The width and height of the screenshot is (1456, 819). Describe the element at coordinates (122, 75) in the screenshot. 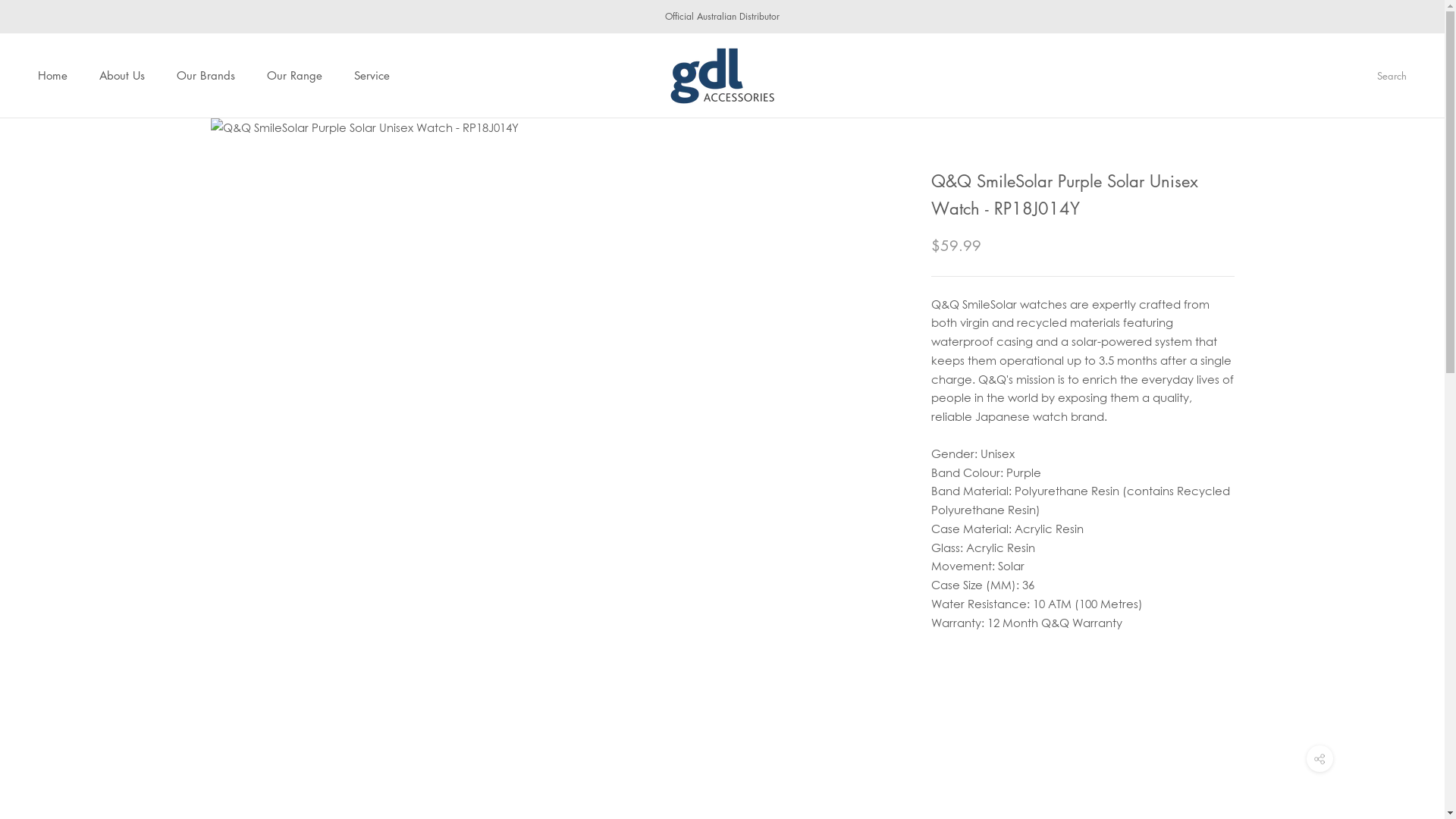

I see `'About Us` at that location.